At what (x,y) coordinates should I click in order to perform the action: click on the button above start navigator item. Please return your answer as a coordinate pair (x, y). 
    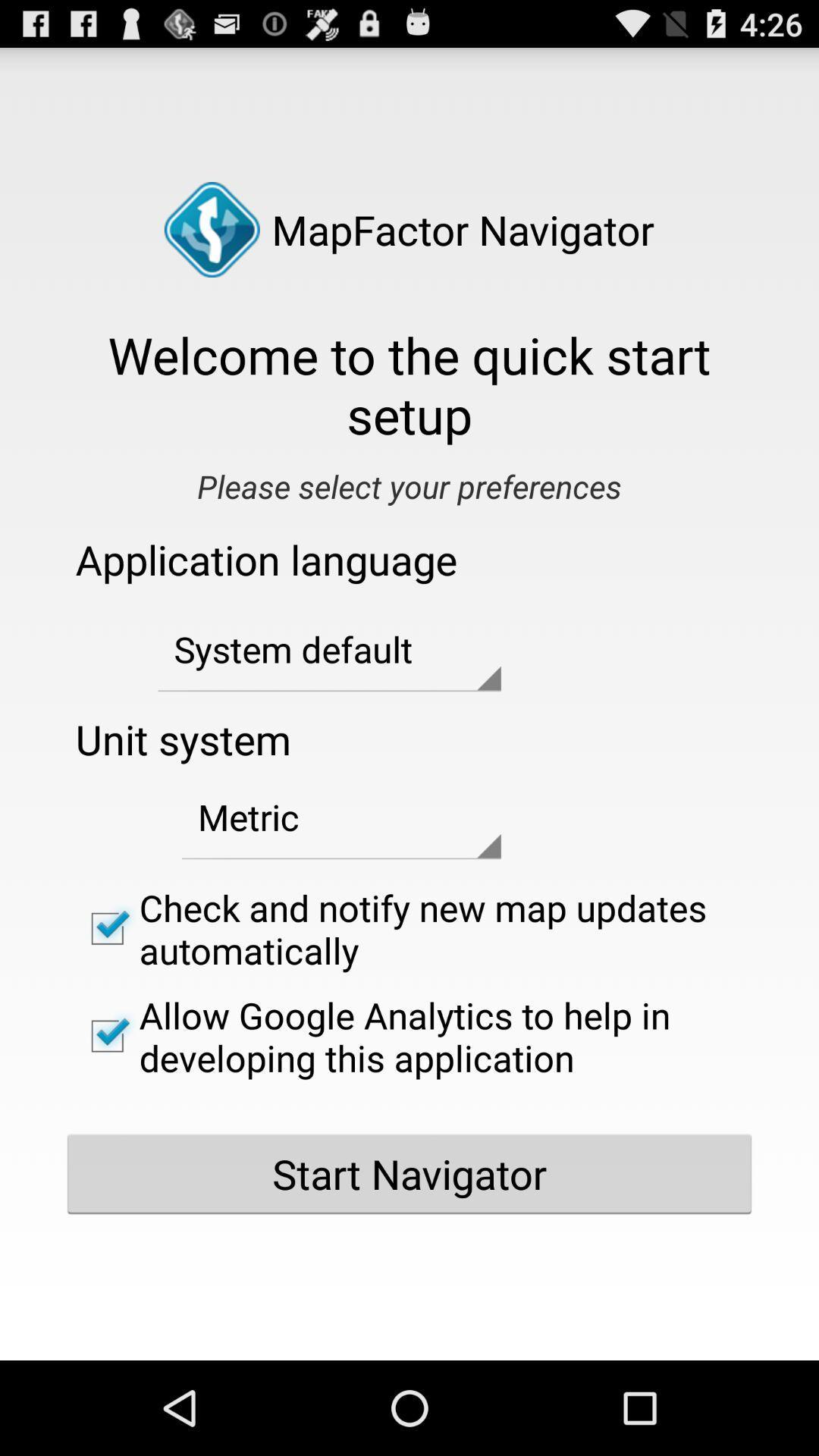
    Looking at the image, I should click on (409, 1035).